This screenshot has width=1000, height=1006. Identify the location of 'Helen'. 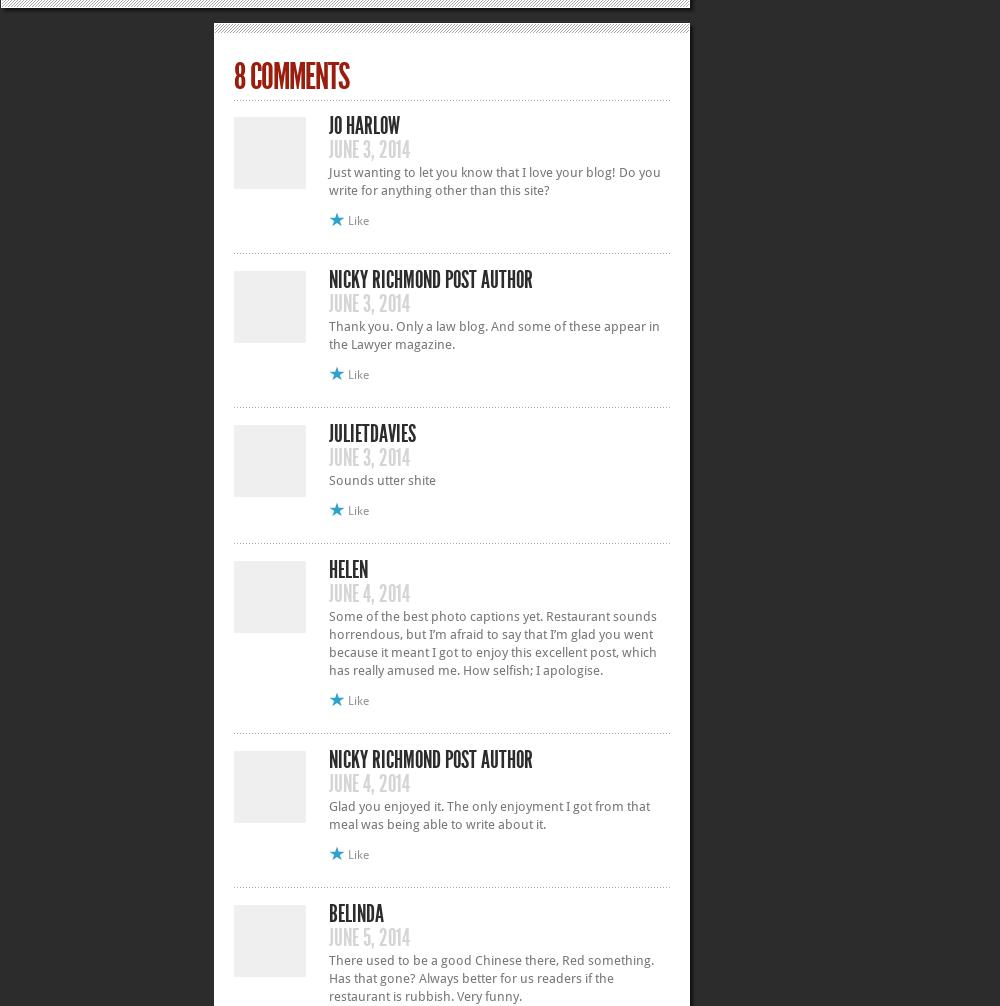
(347, 568).